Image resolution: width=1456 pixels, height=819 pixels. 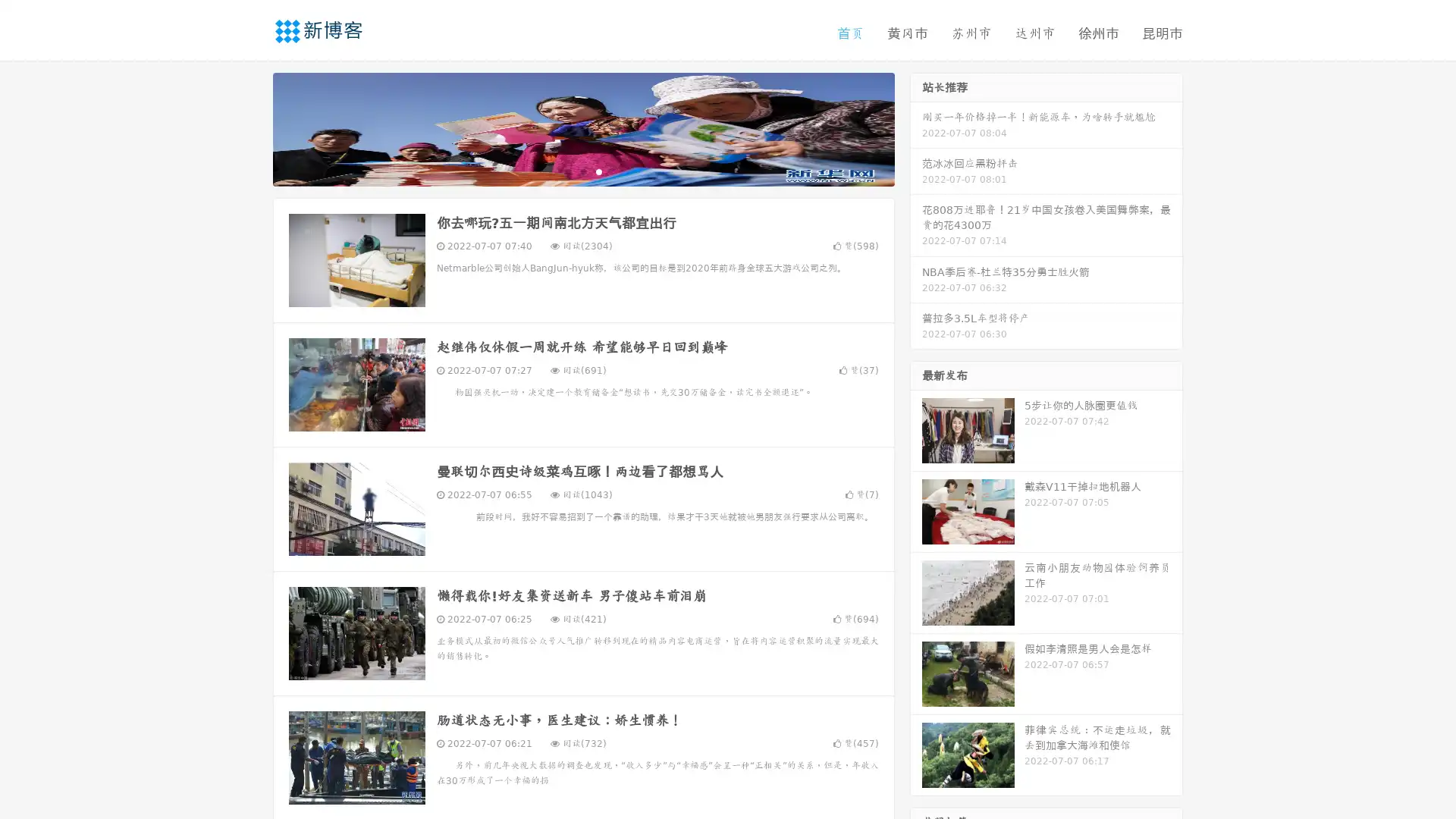 What do you see at coordinates (250, 127) in the screenshot?
I see `Previous slide` at bounding box center [250, 127].